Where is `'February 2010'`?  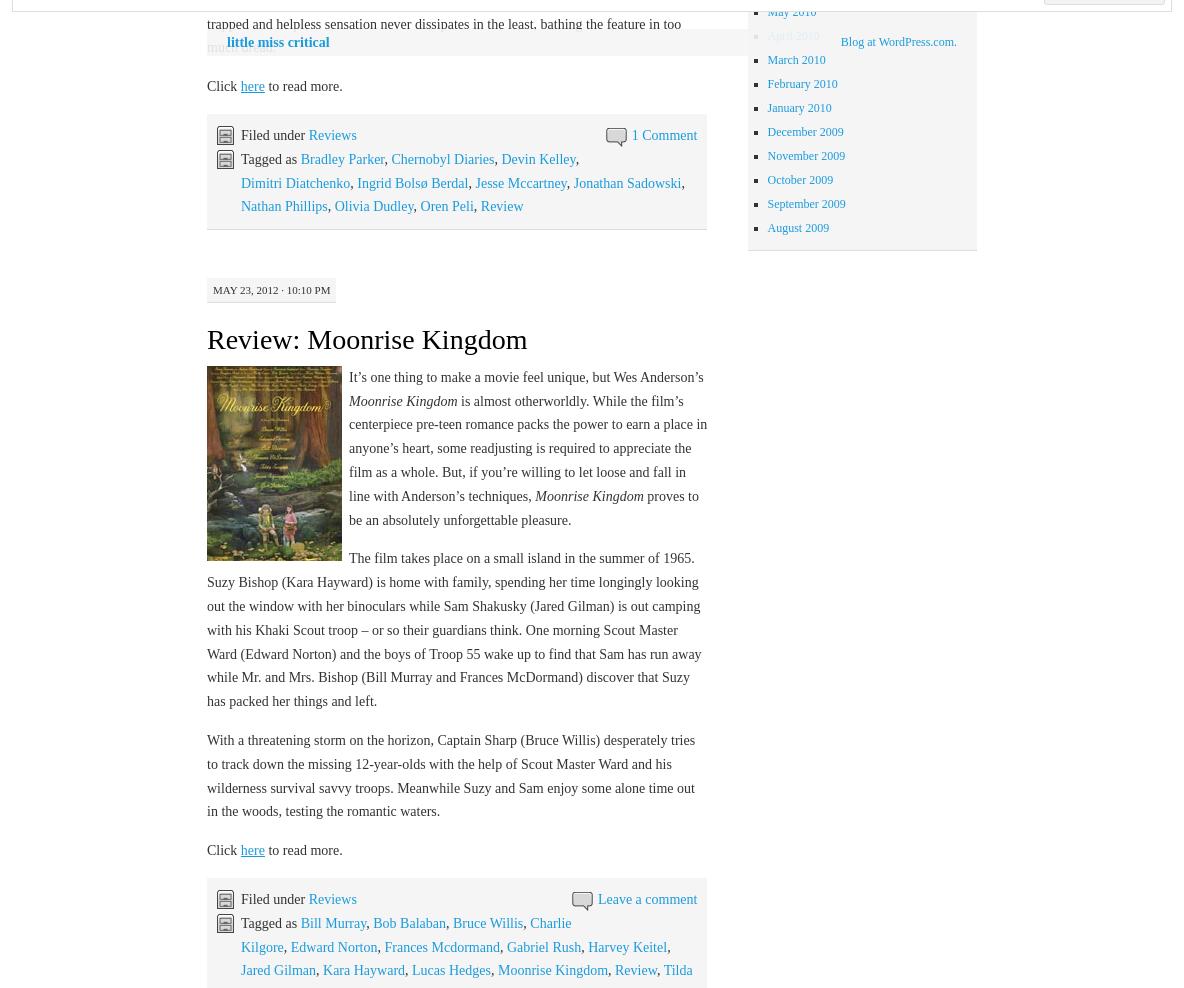 'February 2010' is located at coordinates (801, 82).